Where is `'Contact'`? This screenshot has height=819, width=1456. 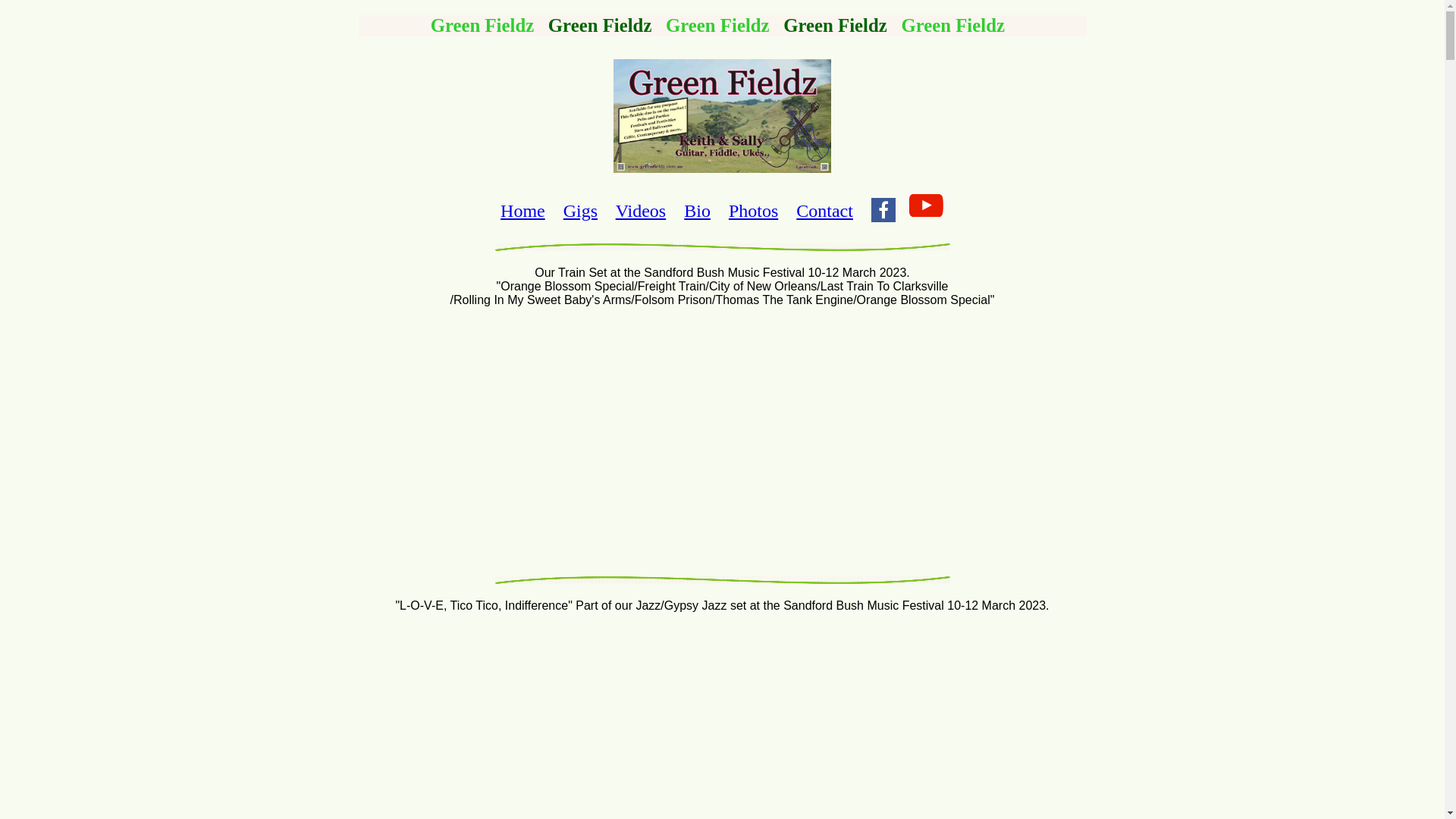
'Contact' is located at coordinates (824, 210).